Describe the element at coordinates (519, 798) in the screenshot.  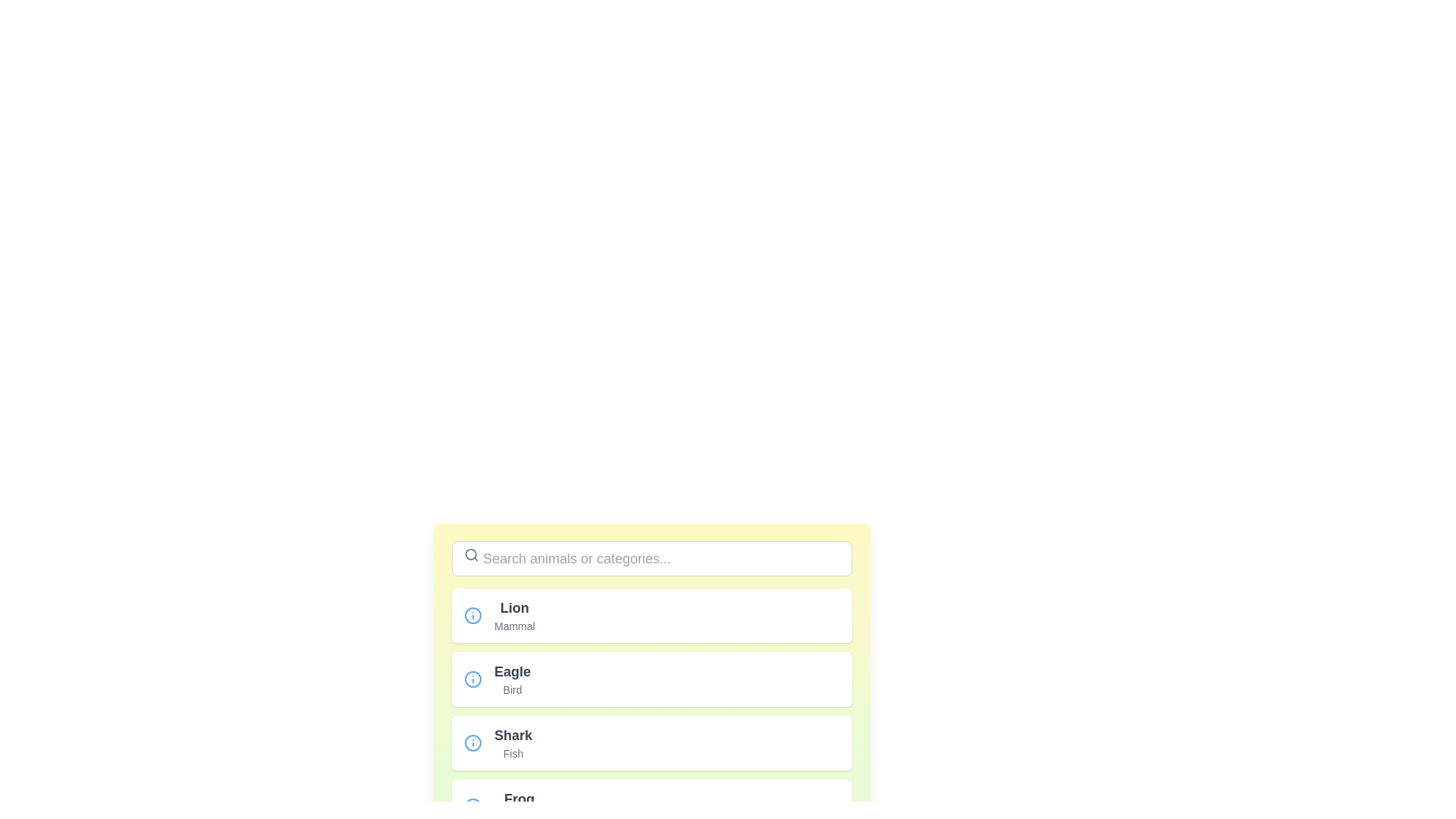
I see `the 'Frog' text label` at that location.